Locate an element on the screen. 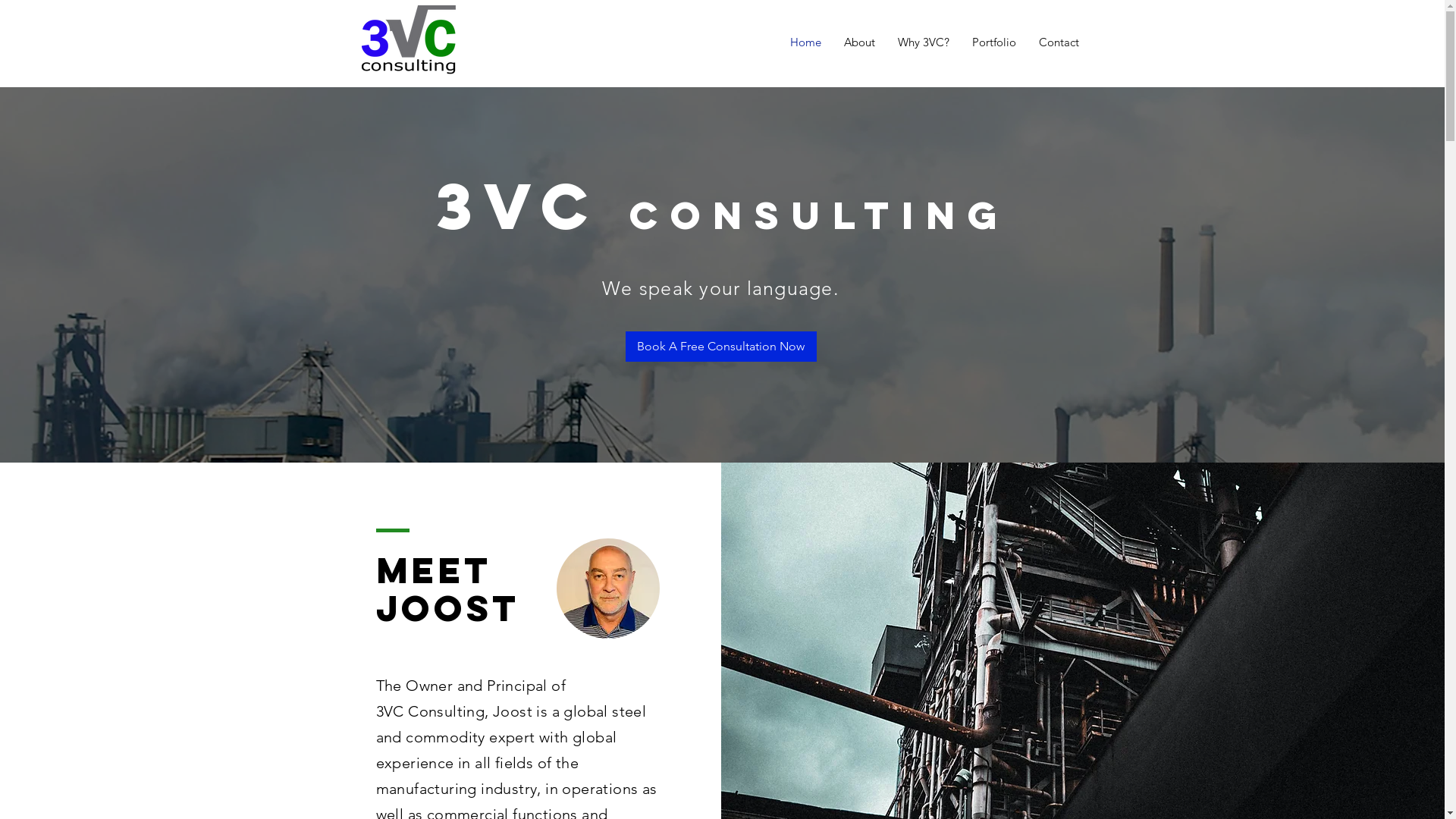 Image resolution: width=1456 pixels, height=819 pixels. 'Book A Free Consultation Now' is located at coordinates (720, 346).